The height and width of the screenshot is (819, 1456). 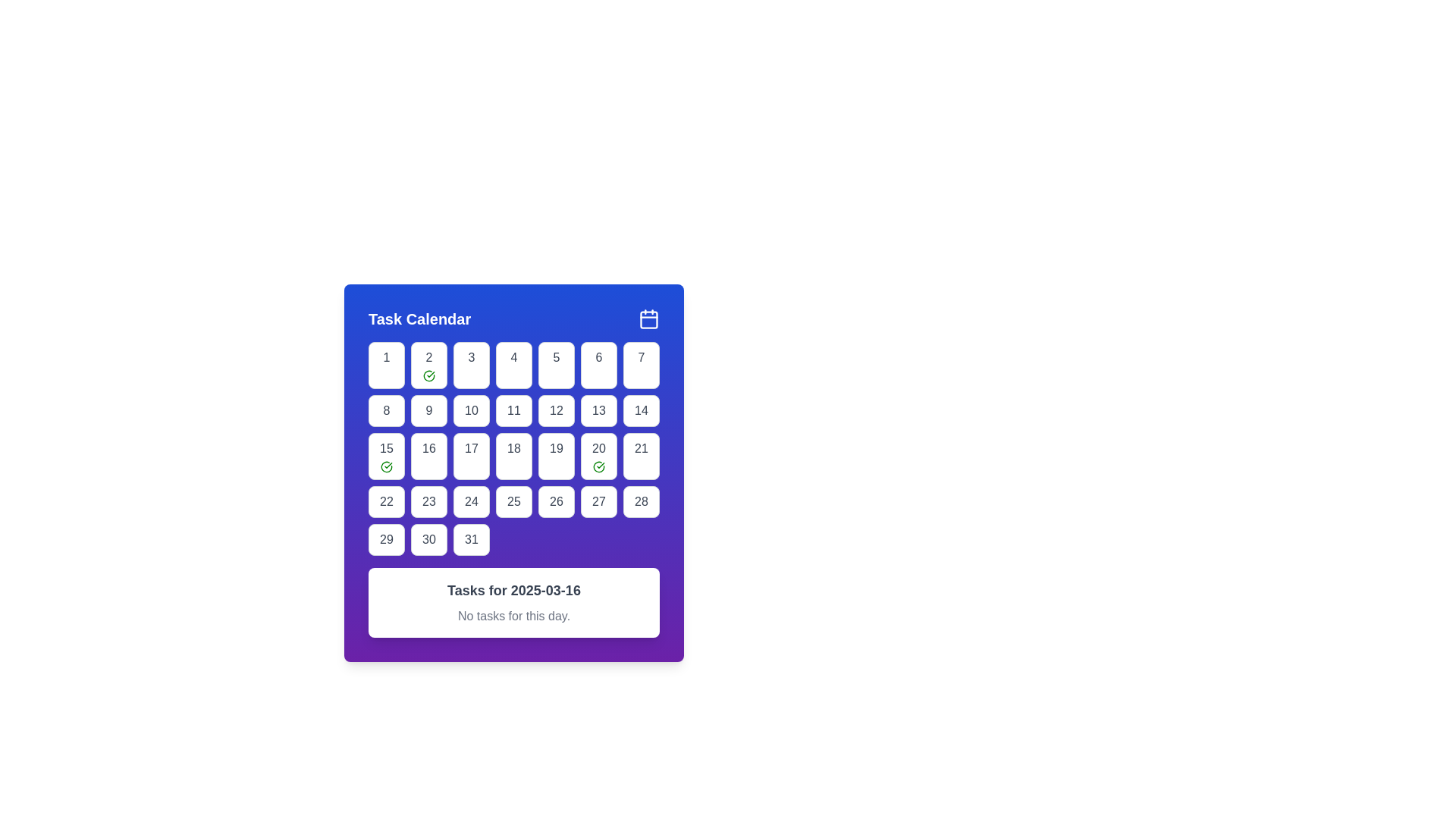 I want to click on text content of the date '16' in the March calendar view, located in the fourth row and second column of the grid, so click(x=428, y=447).